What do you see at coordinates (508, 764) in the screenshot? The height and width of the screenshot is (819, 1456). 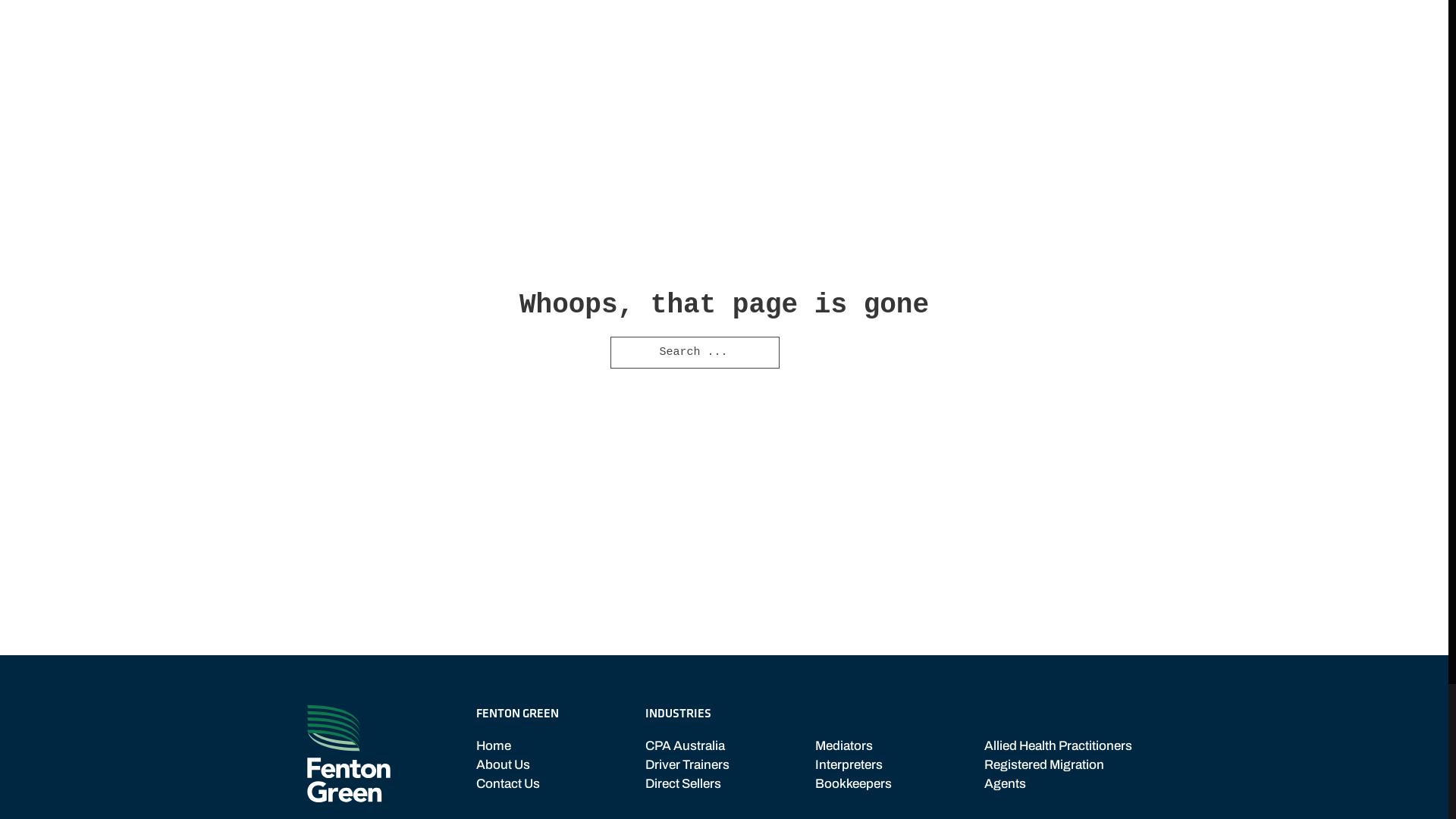 I see `'About Us'` at bounding box center [508, 764].